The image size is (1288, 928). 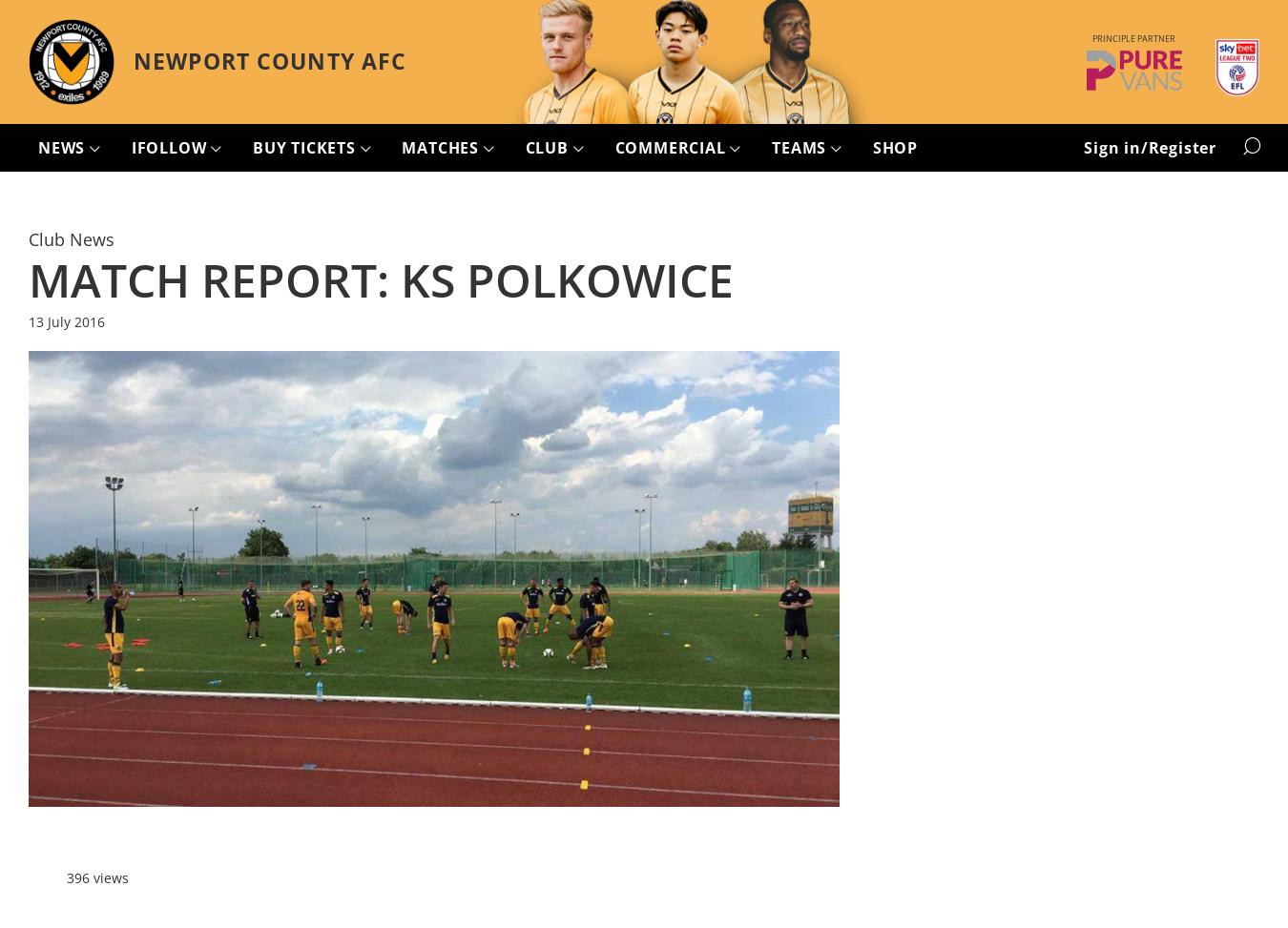 What do you see at coordinates (870, 147) in the screenshot?
I see `'SHOP'` at bounding box center [870, 147].